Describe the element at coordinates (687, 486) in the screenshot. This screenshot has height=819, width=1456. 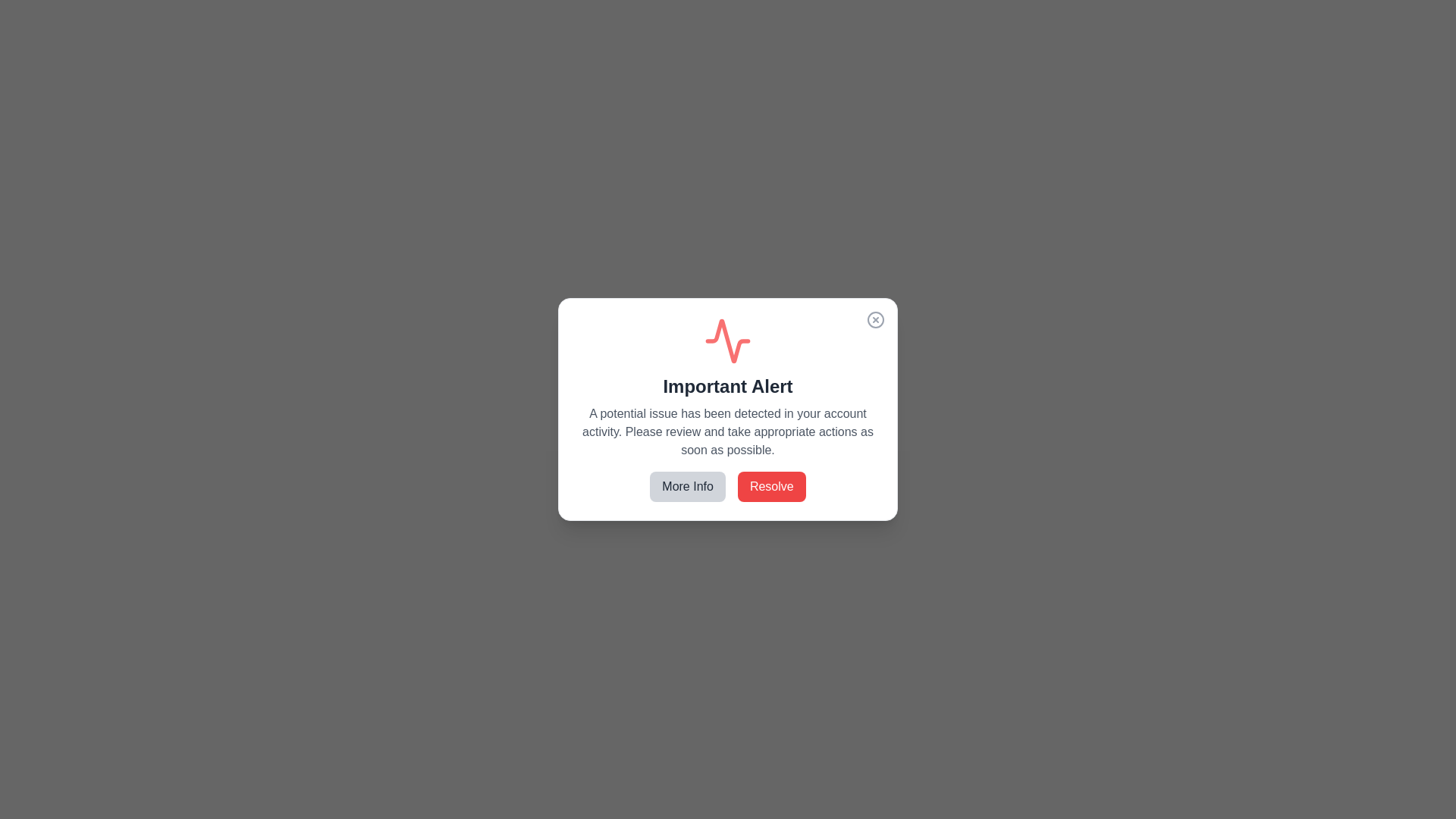
I see `the More Info button to perform the corresponding action` at that location.